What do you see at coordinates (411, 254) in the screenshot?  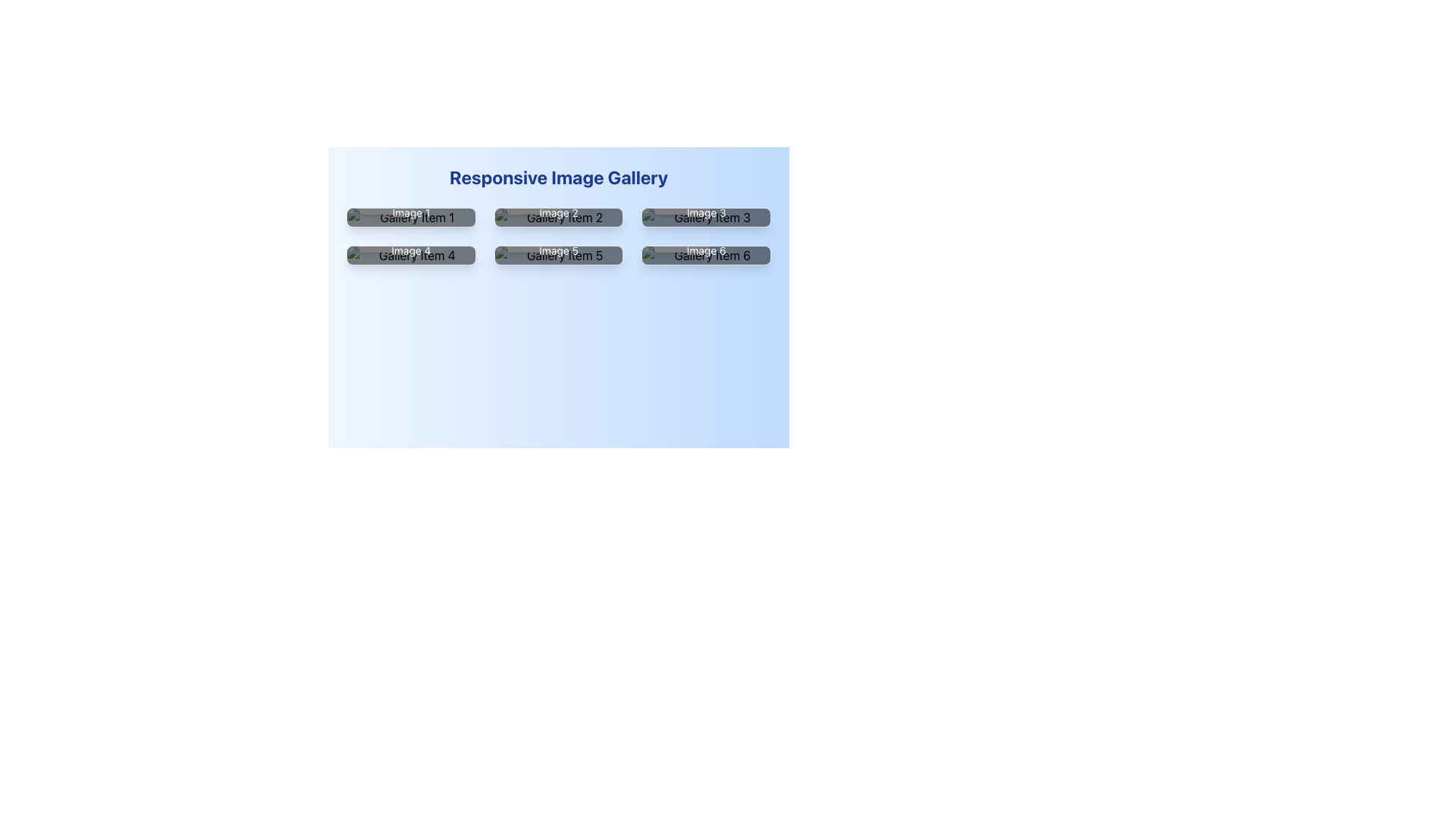 I see `the 'Image' component labeled as 'Gallery Item 4' by moving the cursor to its center point` at bounding box center [411, 254].